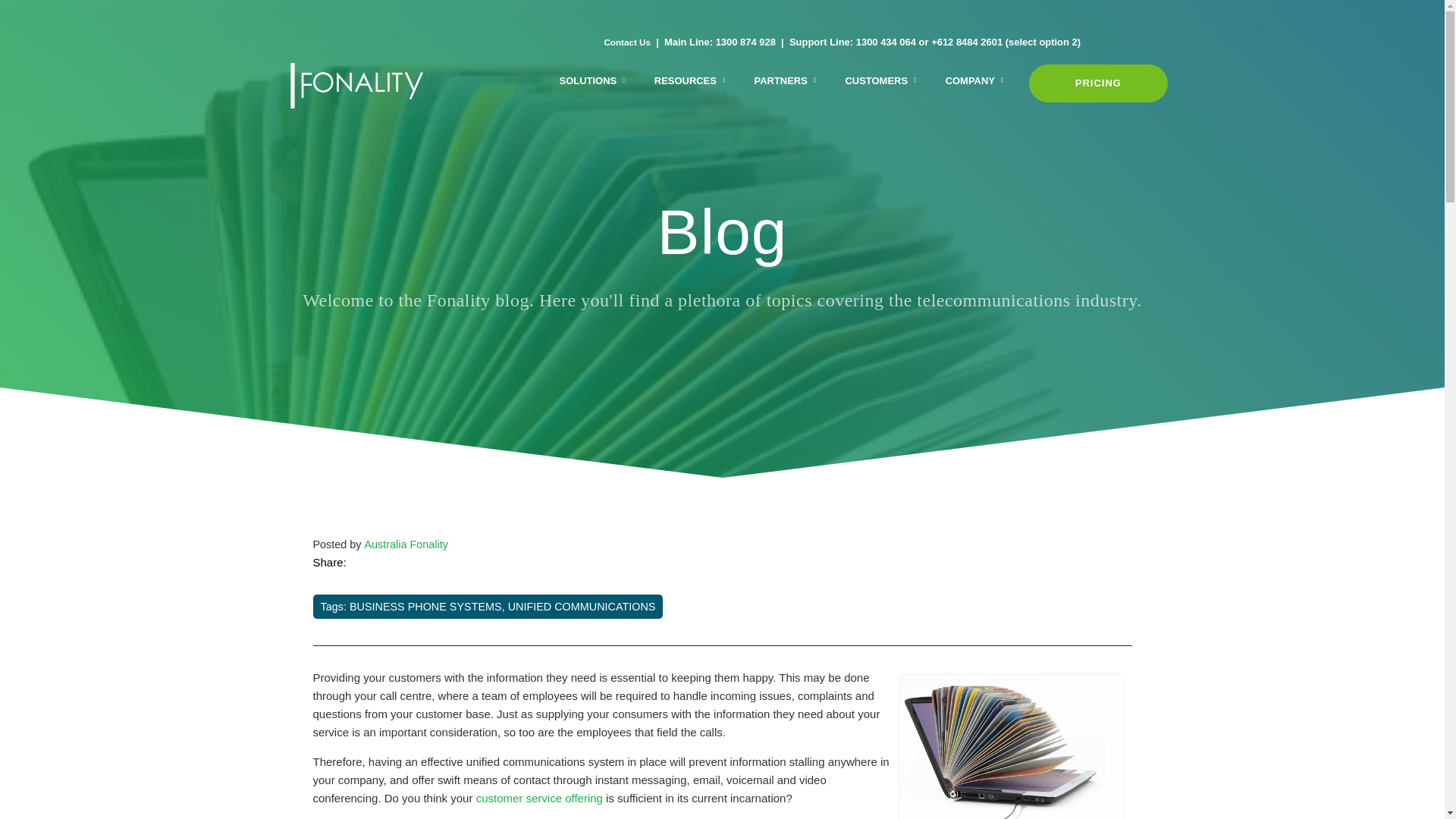 This screenshot has height=819, width=1456. Describe the element at coordinates (348, 605) in the screenshot. I see `'BUSINESS PHONE SYSTEMS'` at that location.